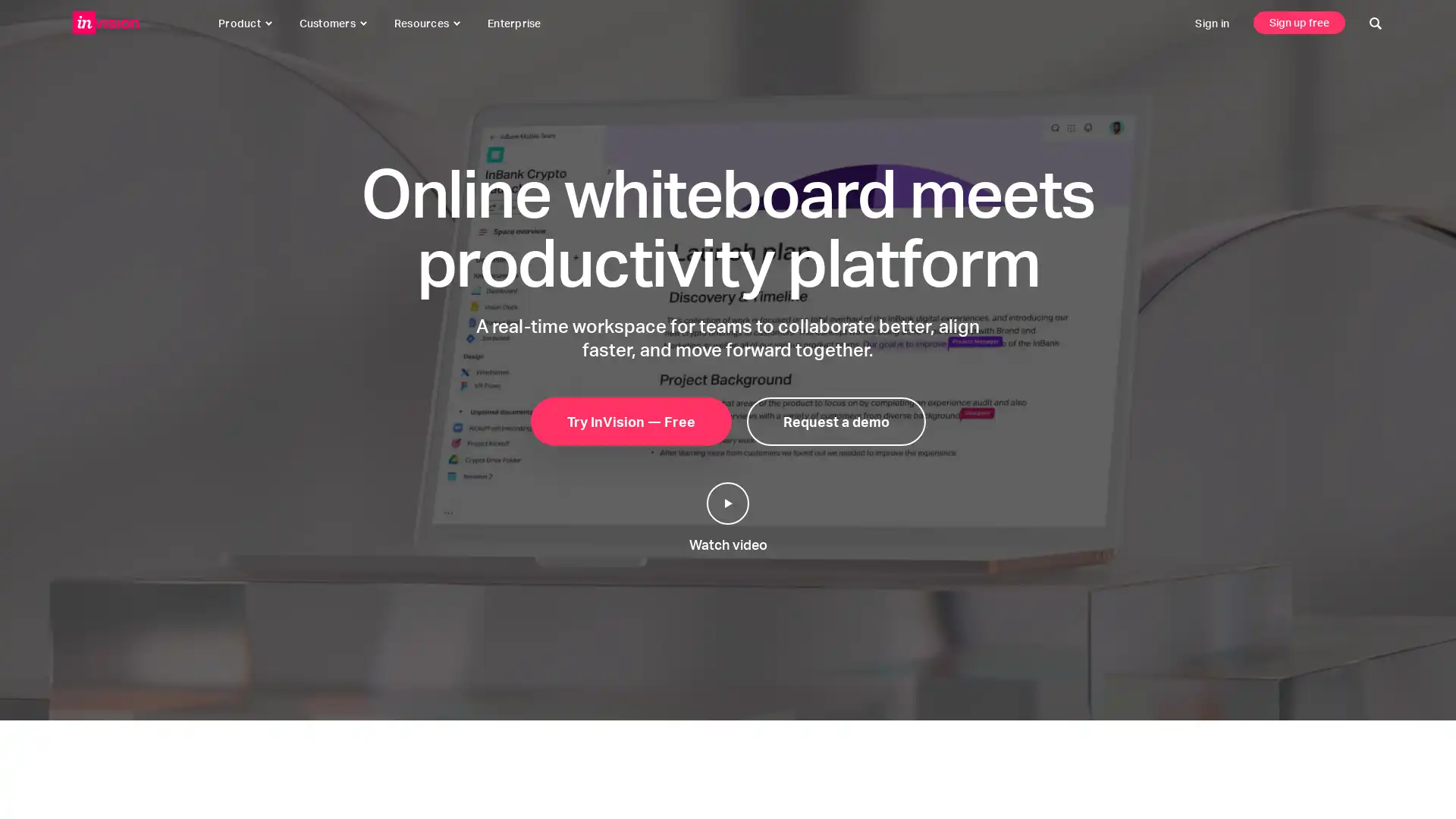 The image size is (1456, 819). What do you see at coordinates (630, 421) in the screenshot?
I see `try invision  free` at bounding box center [630, 421].